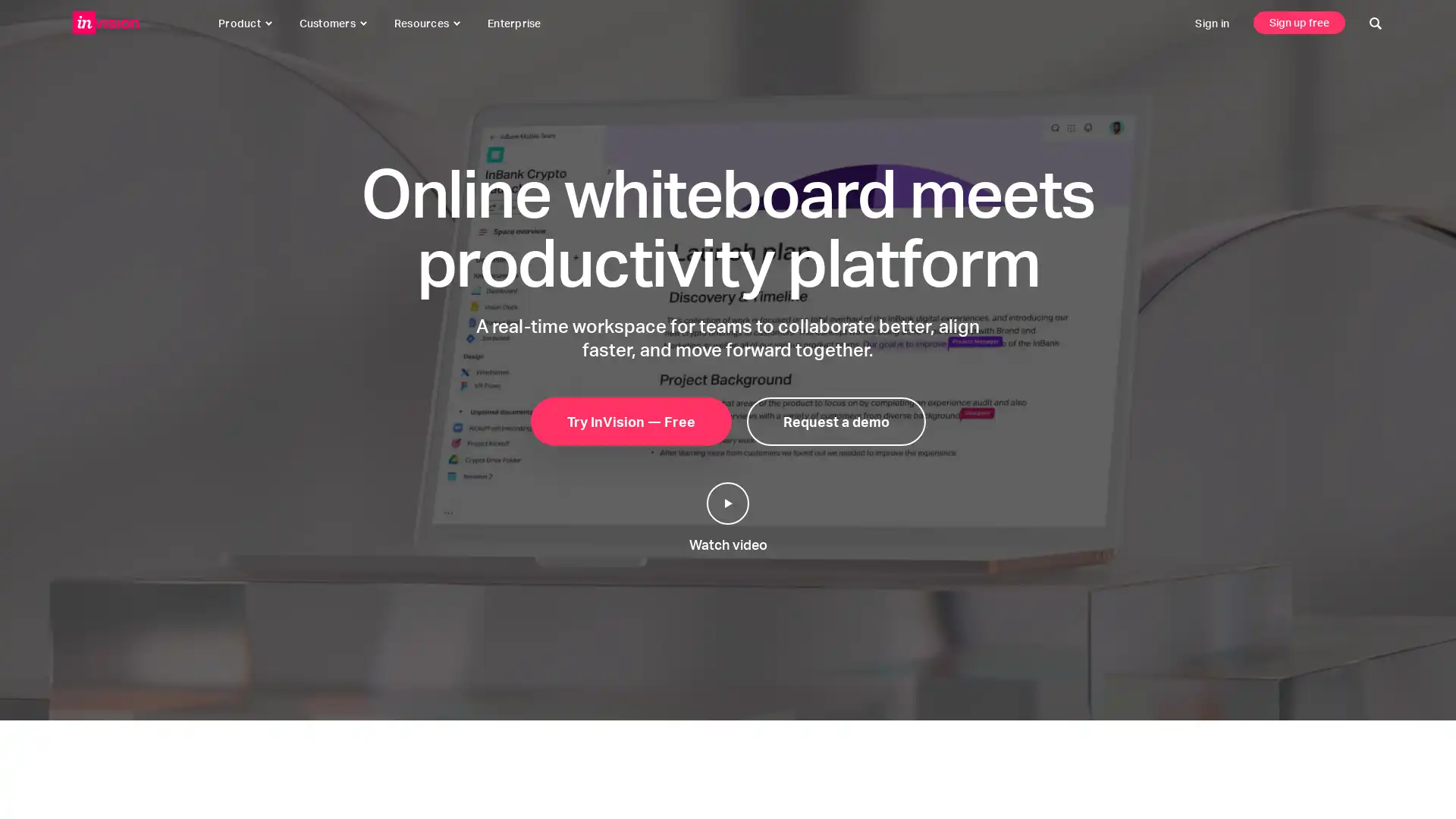 The image size is (1456, 819). What do you see at coordinates (630, 421) in the screenshot?
I see `try invision  free` at bounding box center [630, 421].